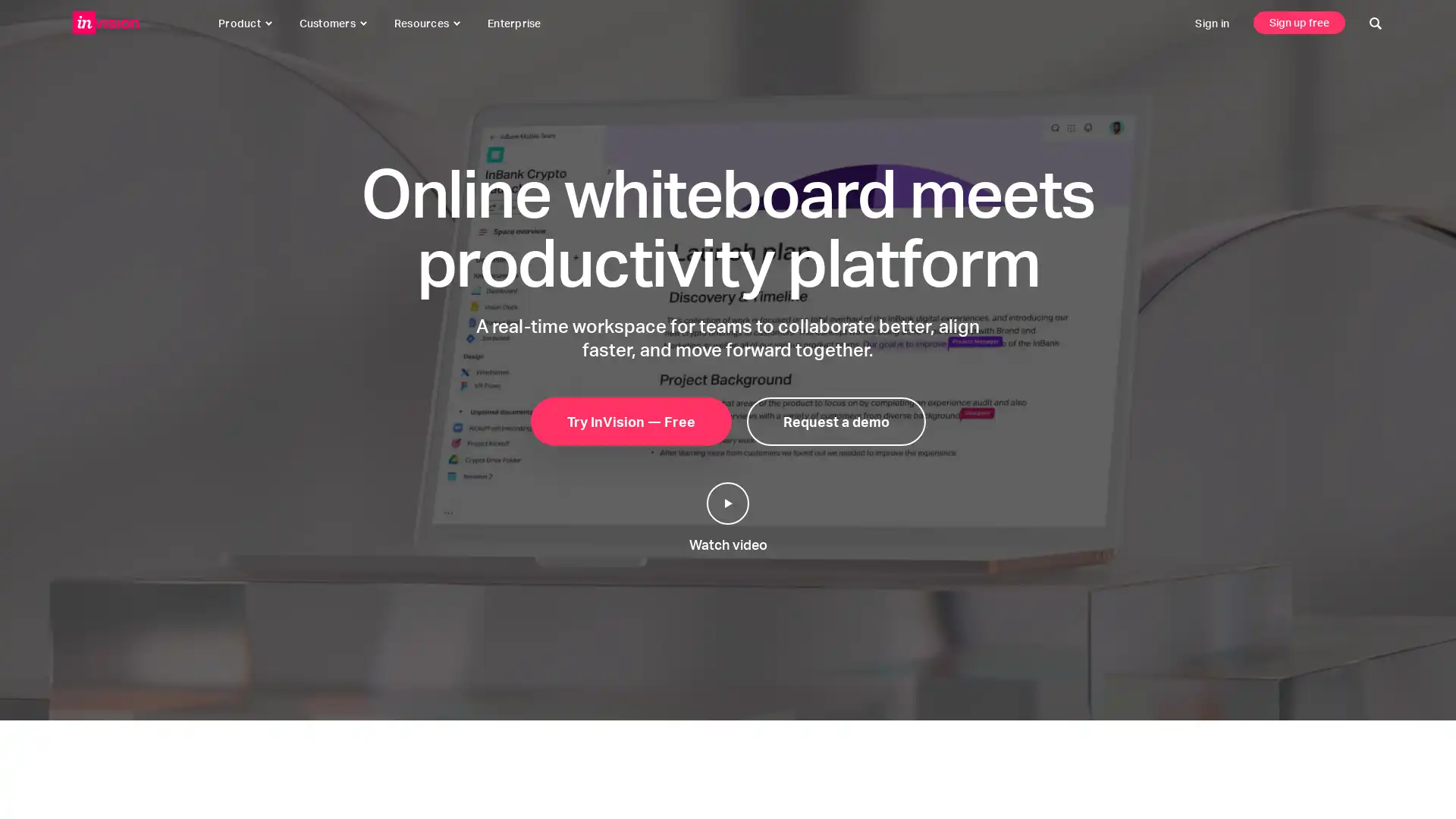 The image size is (1456, 819). What do you see at coordinates (630, 421) in the screenshot?
I see `try invision  free` at bounding box center [630, 421].